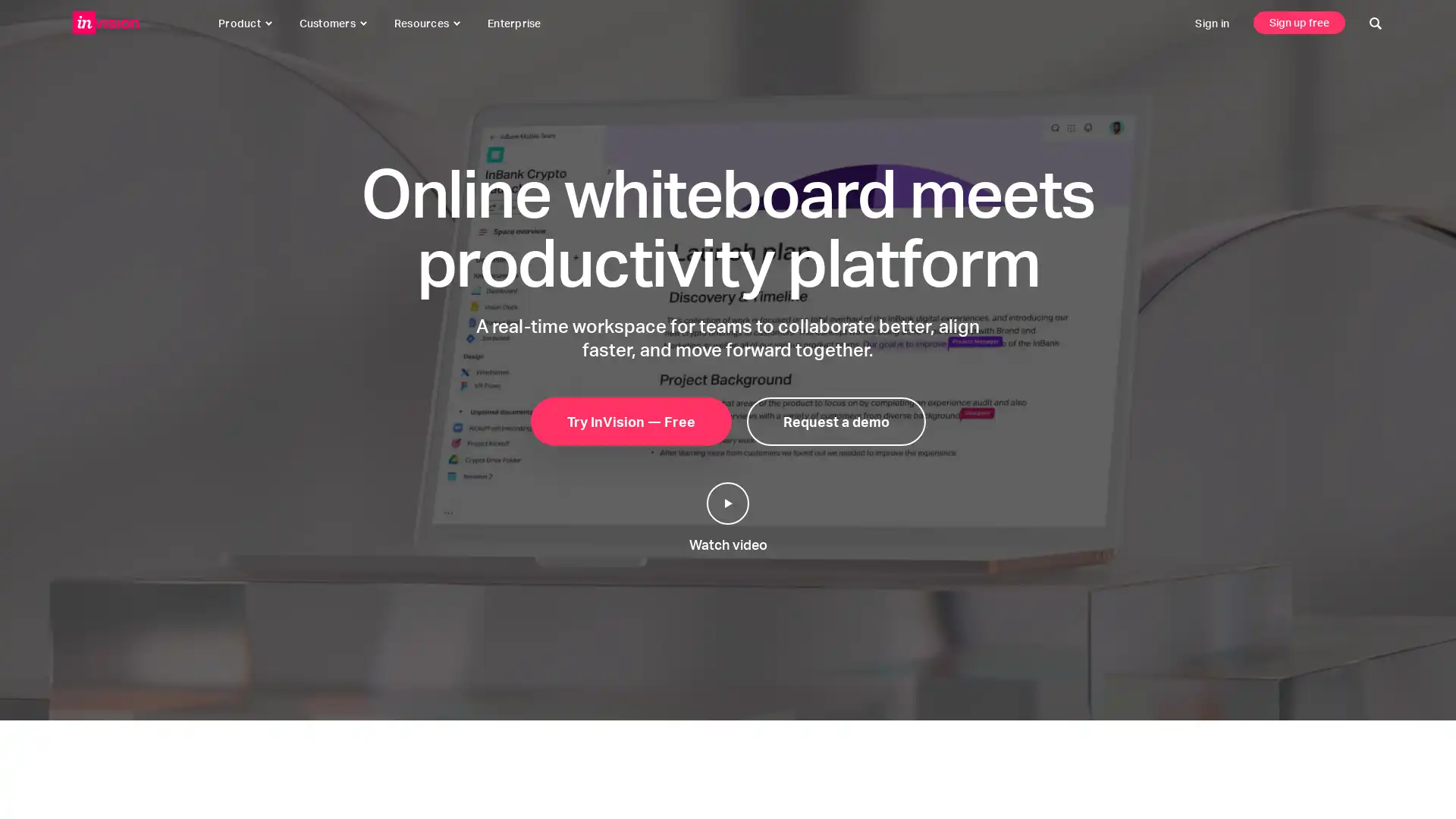 The image size is (1456, 819). What do you see at coordinates (630, 421) in the screenshot?
I see `try invision  free` at bounding box center [630, 421].